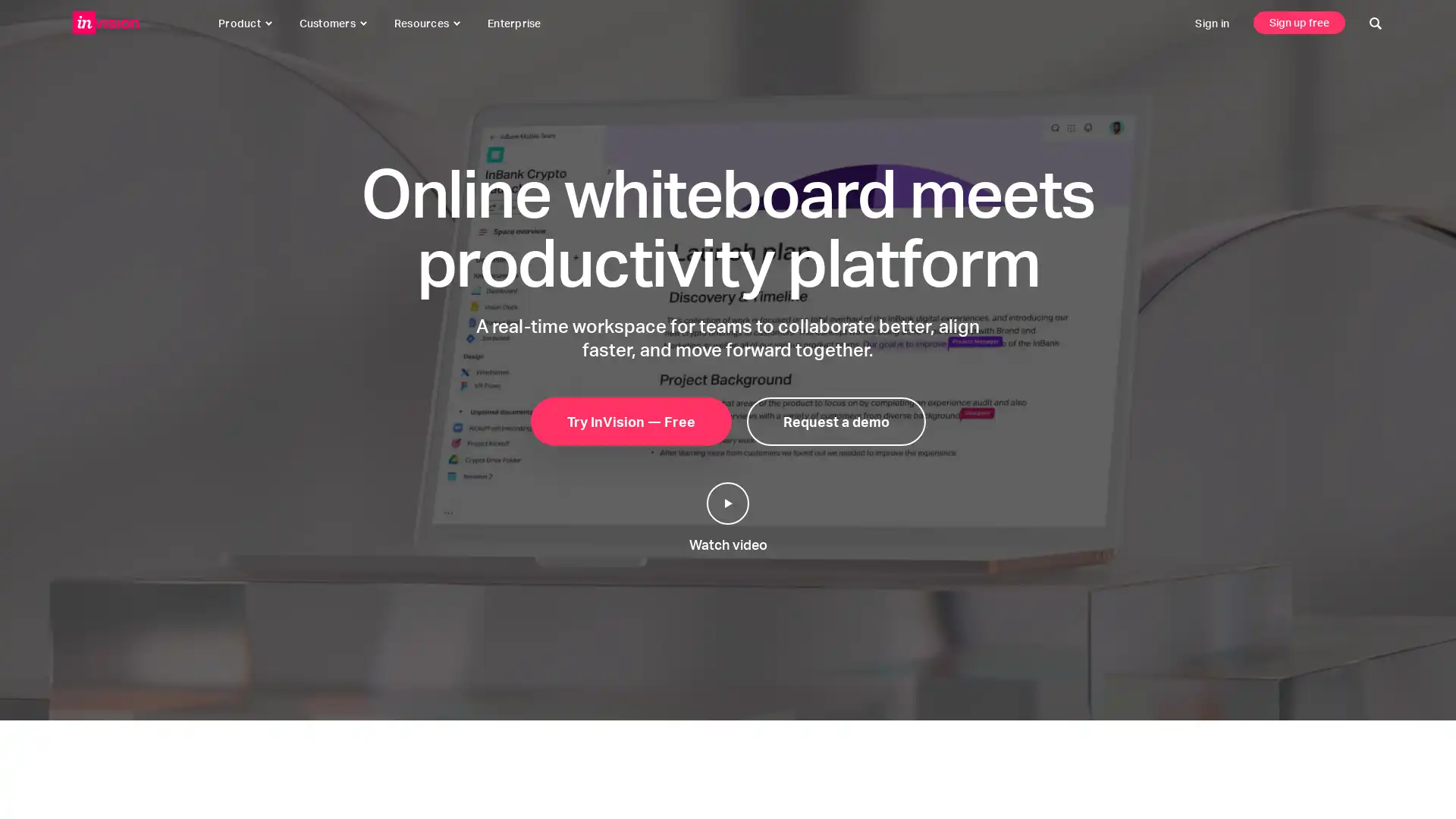 The image size is (1456, 819). What do you see at coordinates (630, 421) in the screenshot?
I see `try invision  free` at bounding box center [630, 421].